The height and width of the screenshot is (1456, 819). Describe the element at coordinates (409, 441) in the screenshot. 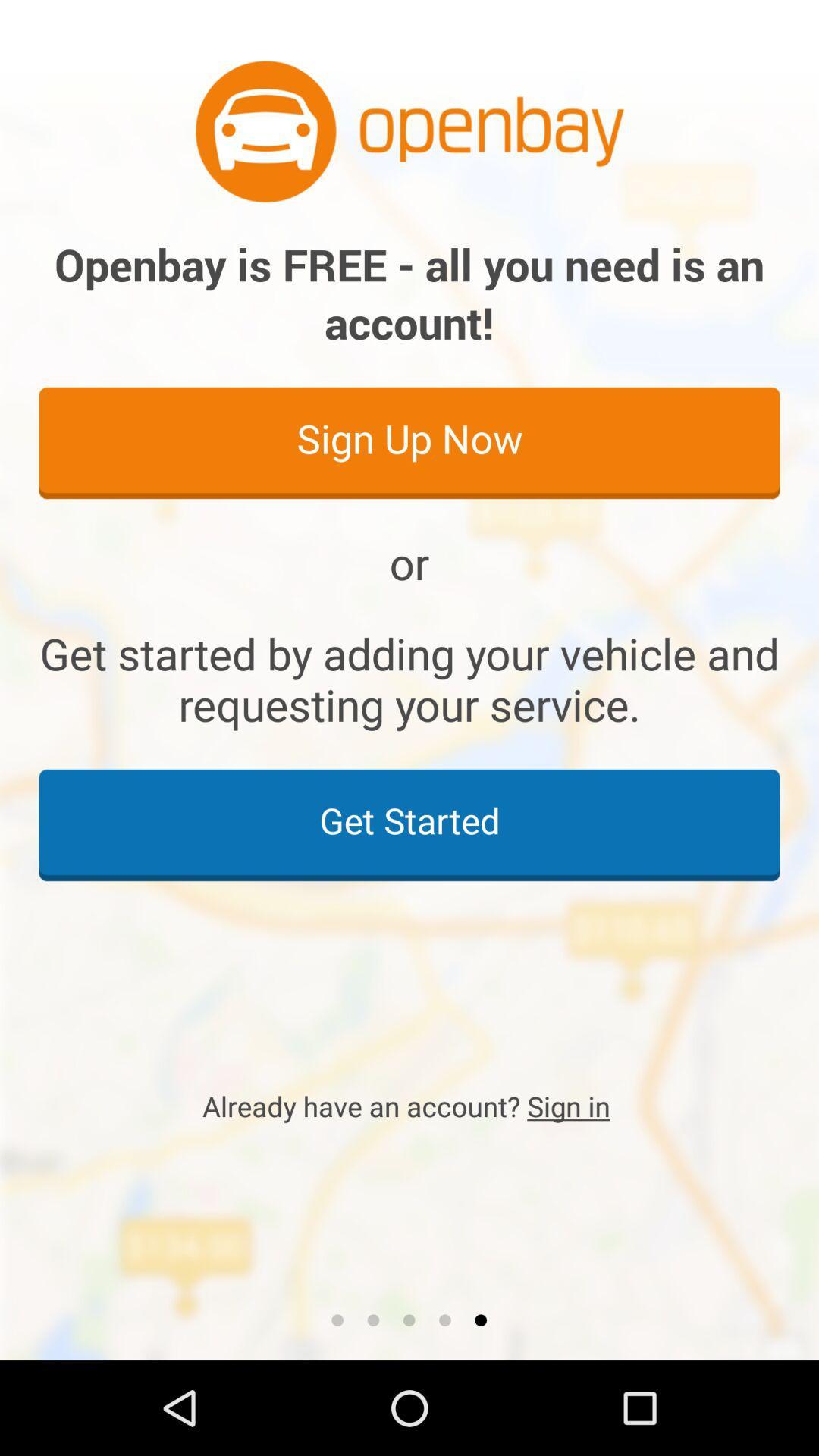

I see `sign up now icon` at that location.